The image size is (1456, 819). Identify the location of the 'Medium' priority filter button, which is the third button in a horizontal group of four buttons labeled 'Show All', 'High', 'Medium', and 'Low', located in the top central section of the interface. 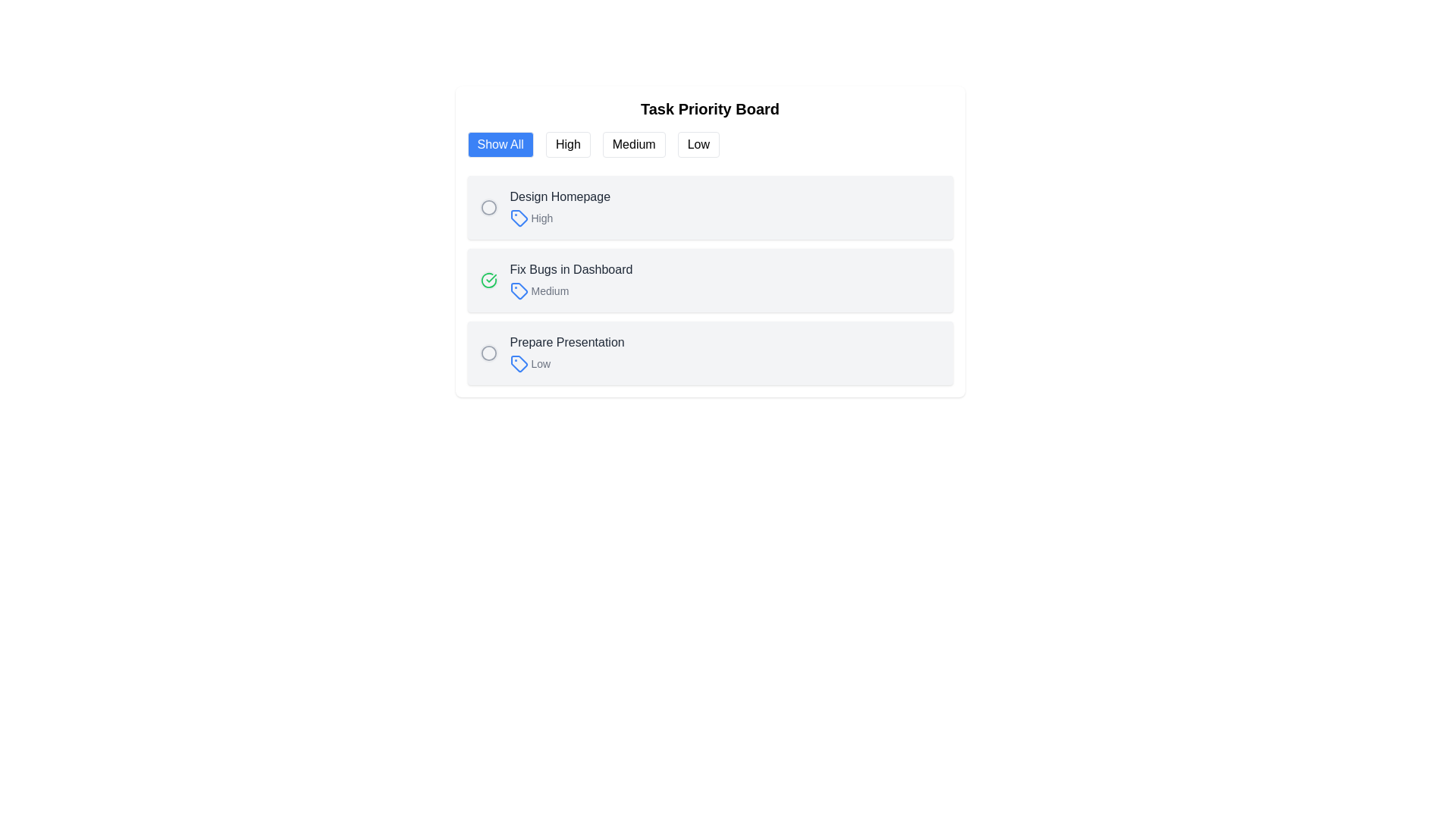
(634, 145).